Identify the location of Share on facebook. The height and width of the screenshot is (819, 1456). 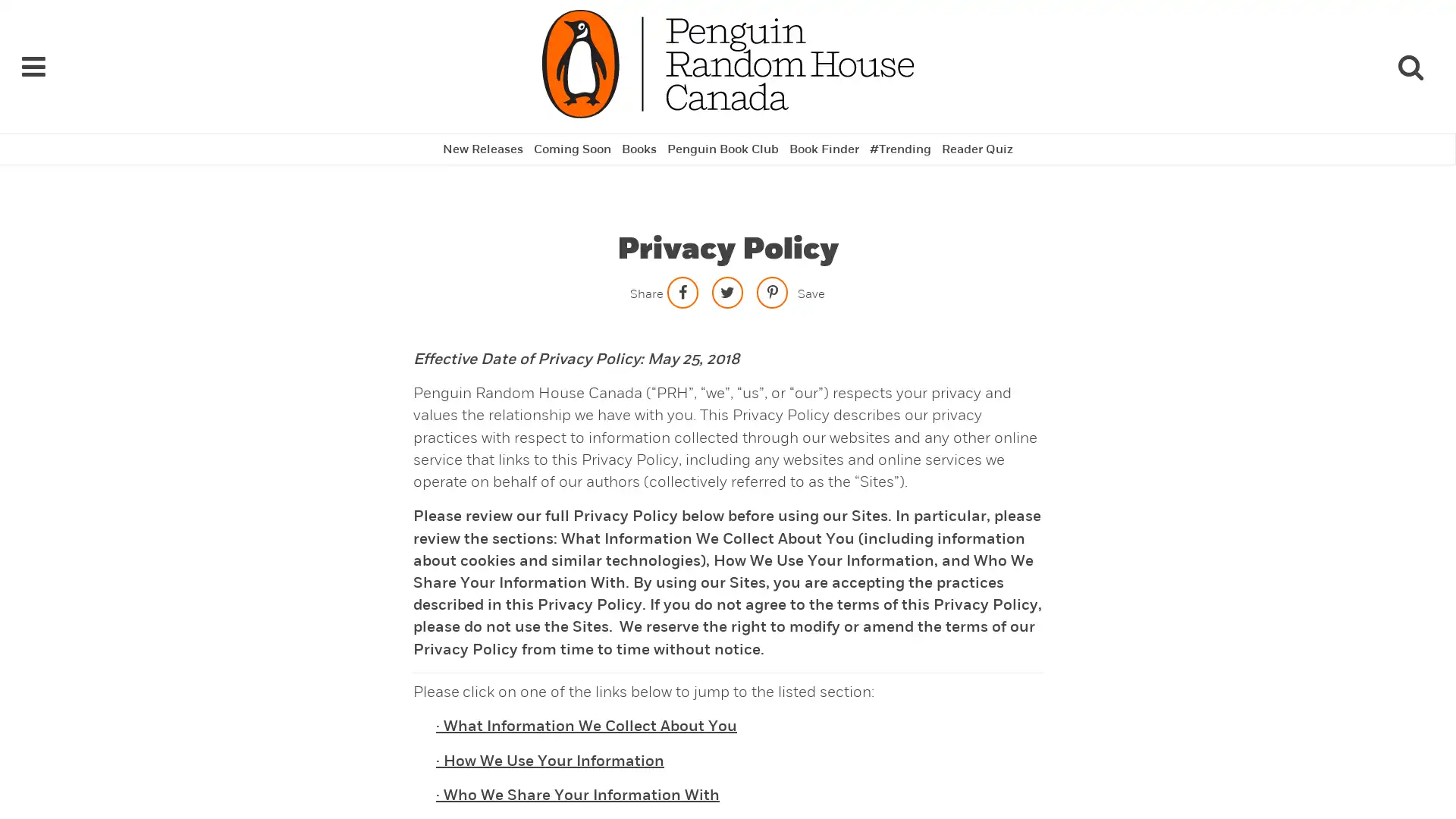
(682, 241).